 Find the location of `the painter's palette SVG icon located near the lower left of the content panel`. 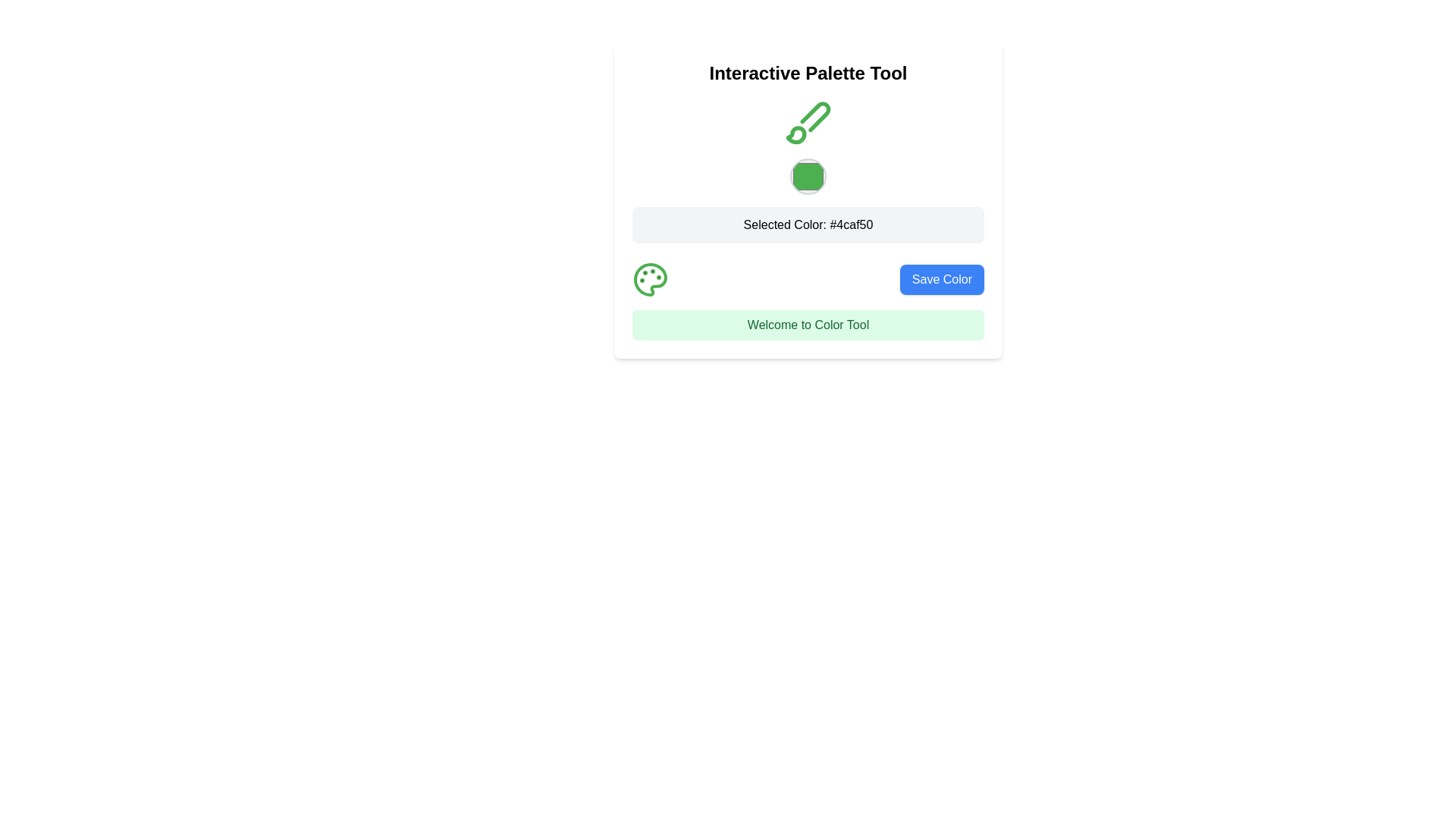

the painter's palette SVG icon located near the lower left of the content panel is located at coordinates (651, 280).